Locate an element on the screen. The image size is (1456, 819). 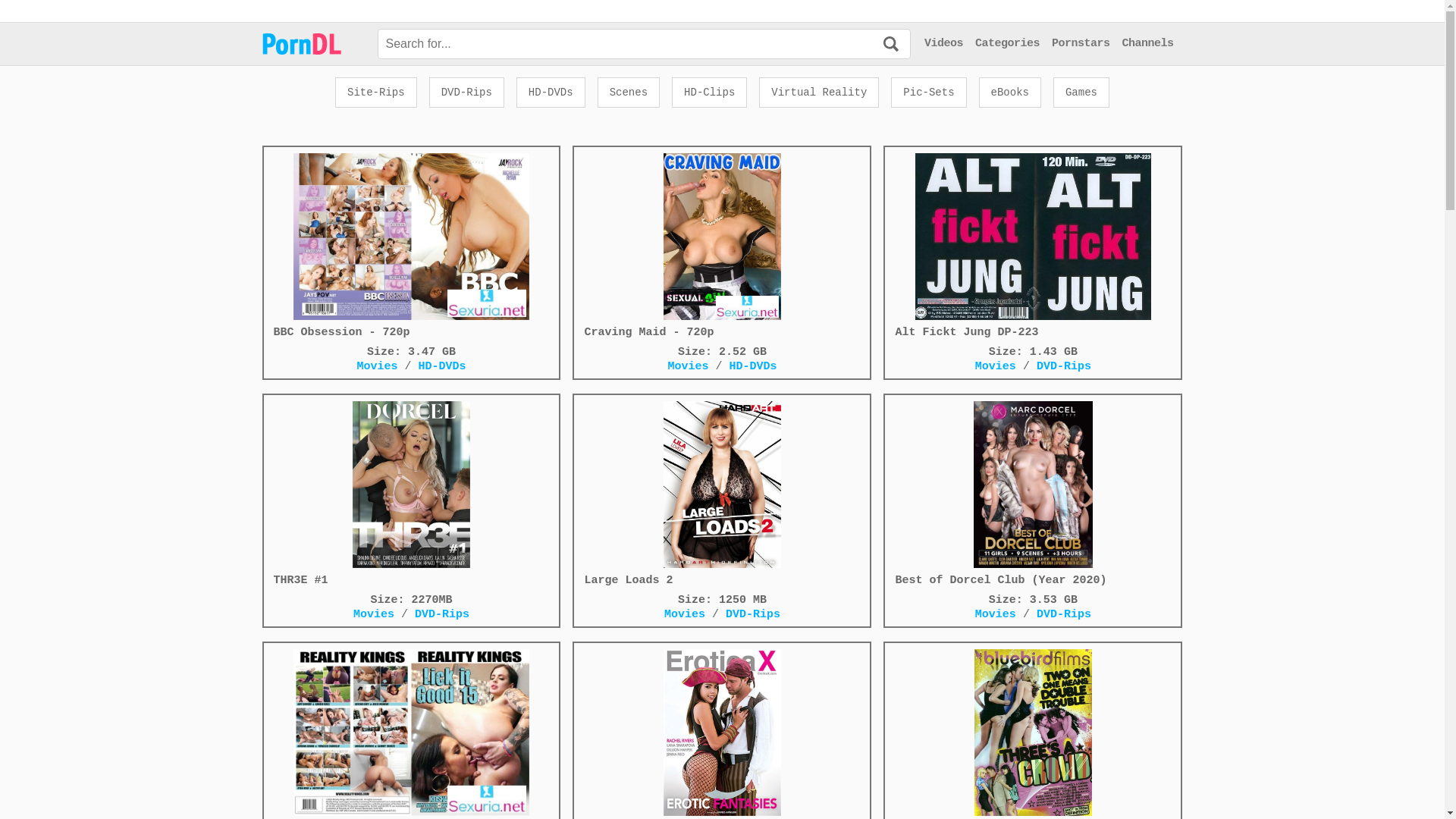
'Videos' is located at coordinates (943, 42).